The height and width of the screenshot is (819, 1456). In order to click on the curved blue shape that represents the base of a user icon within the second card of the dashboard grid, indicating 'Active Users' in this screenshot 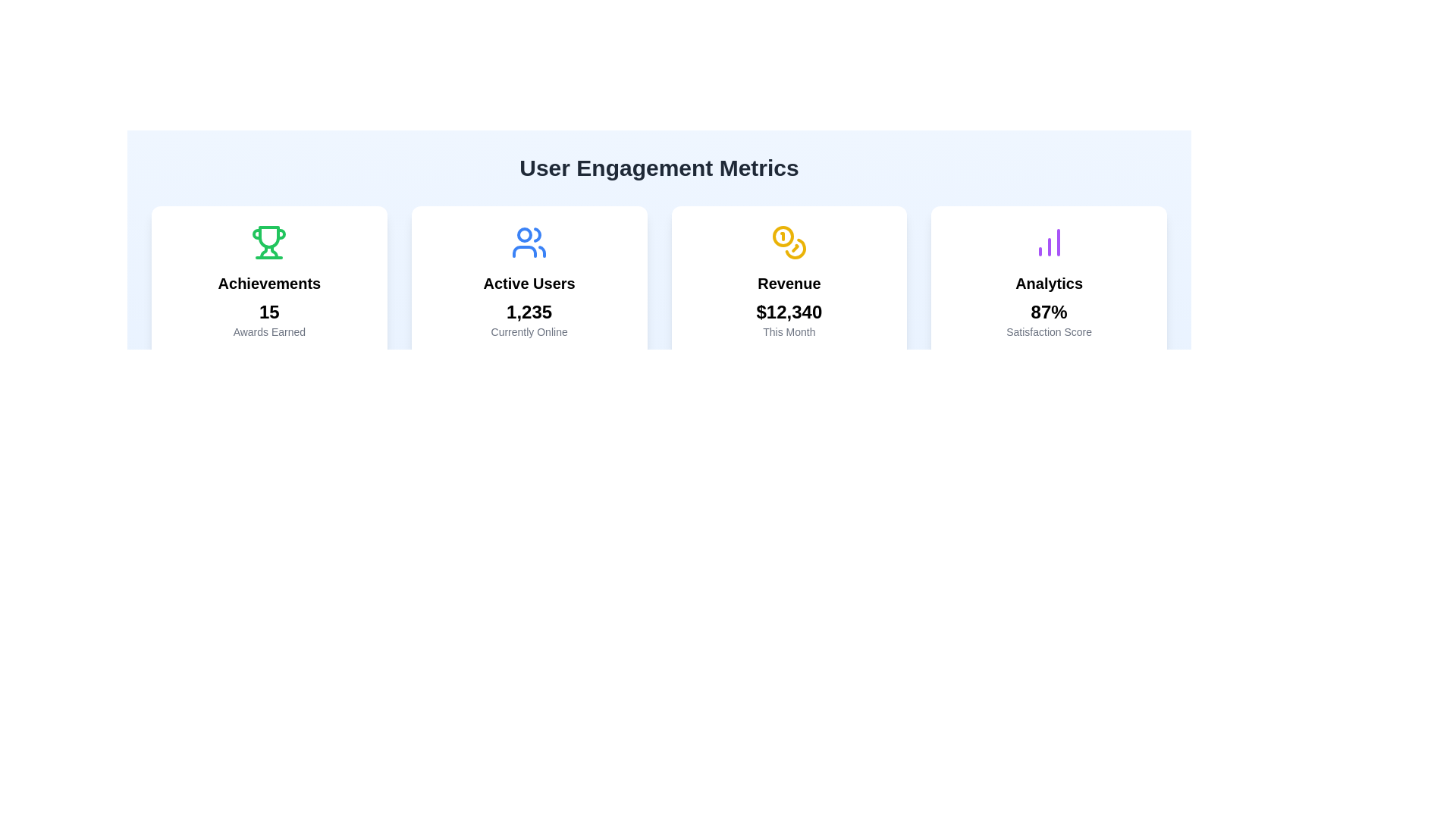, I will do `click(525, 250)`.